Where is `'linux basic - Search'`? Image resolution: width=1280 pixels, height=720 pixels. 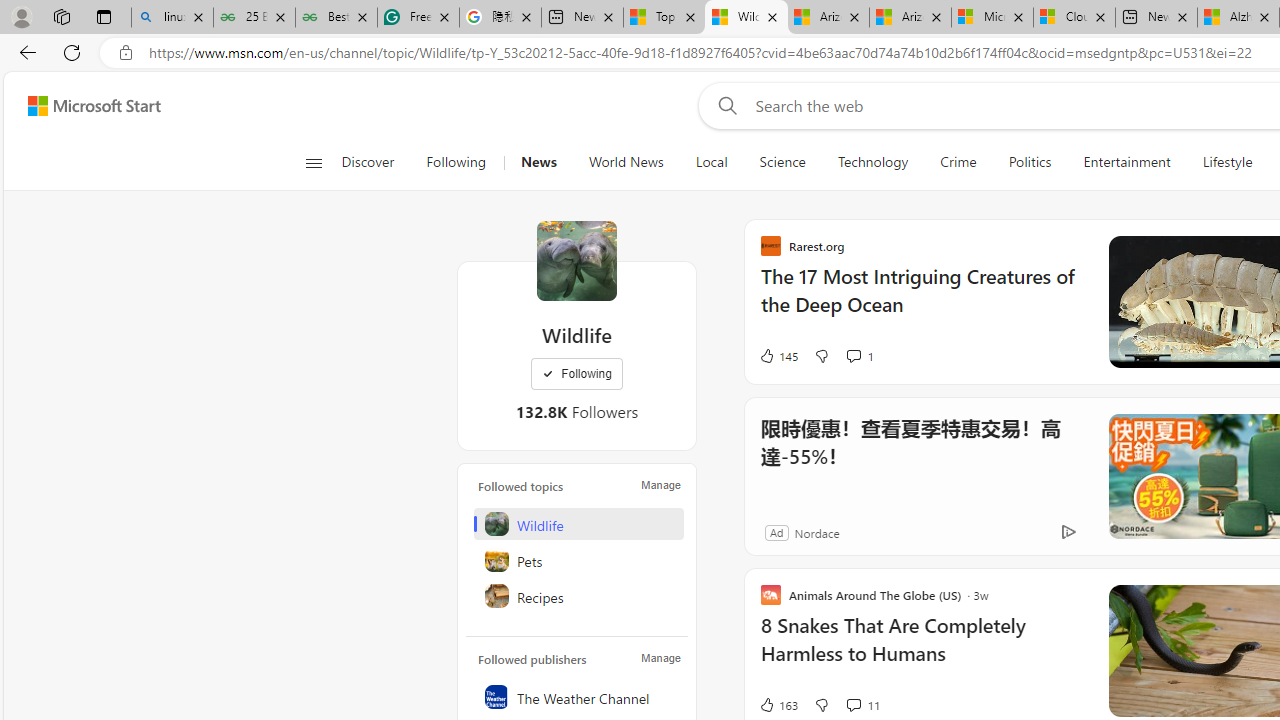
'linux basic - Search' is located at coordinates (172, 17).